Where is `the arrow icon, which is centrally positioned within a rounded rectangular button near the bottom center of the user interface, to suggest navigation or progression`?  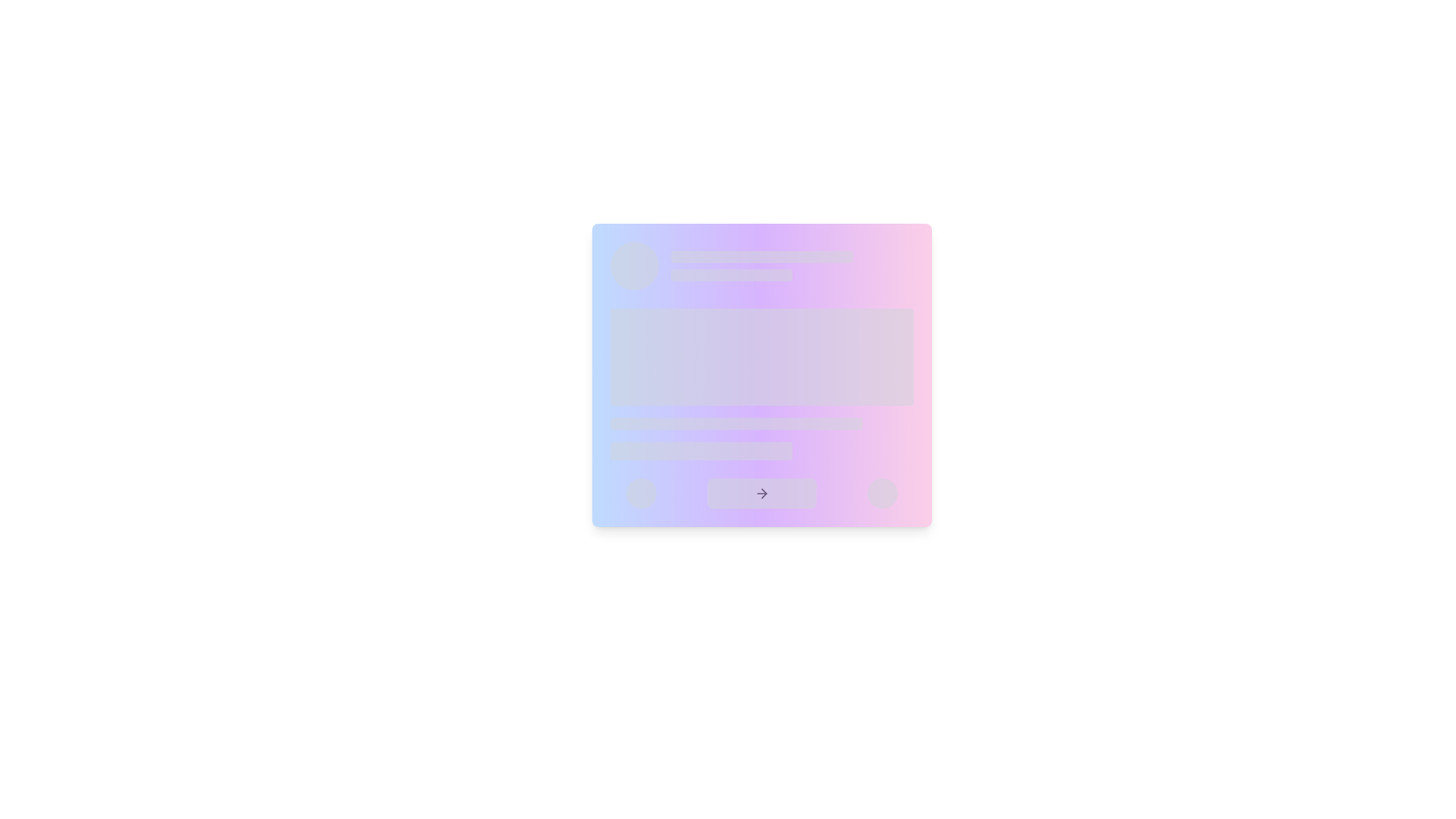
the arrow icon, which is centrally positioned within a rounded rectangular button near the bottom center of the user interface, to suggest navigation or progression is located at coordinates (761, 494).